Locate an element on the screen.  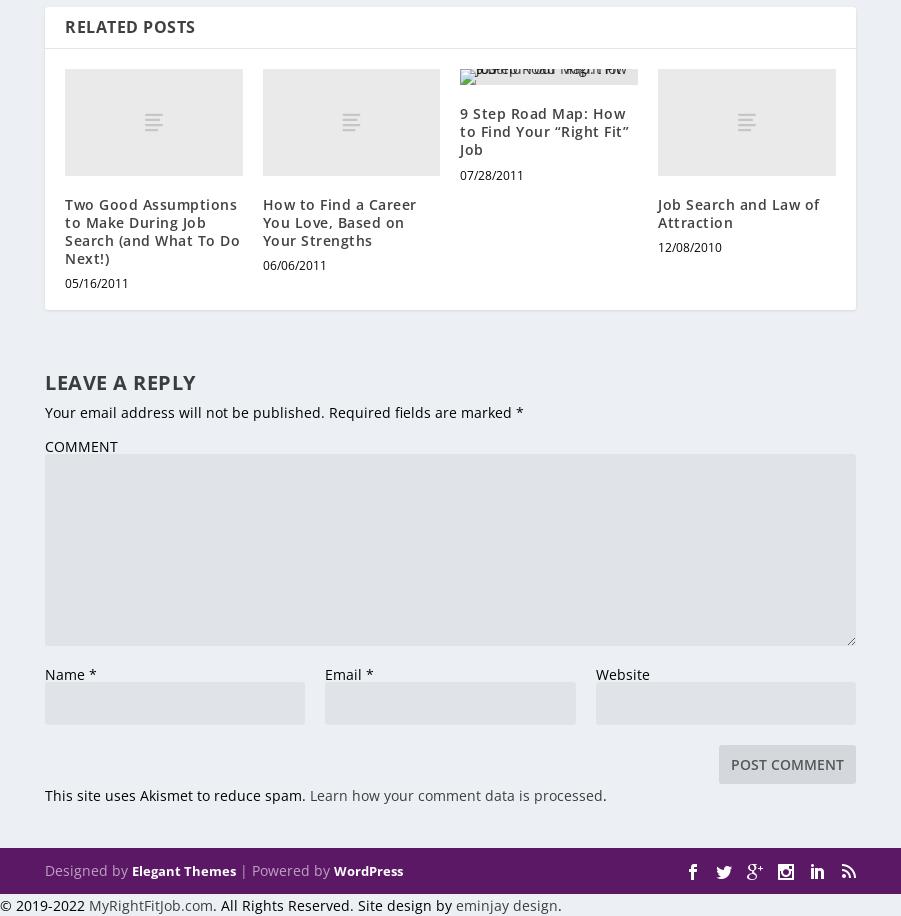
'9 Step Road Map: How to Find Your “Right Fit” Job' is located at coordinates (543, 131).